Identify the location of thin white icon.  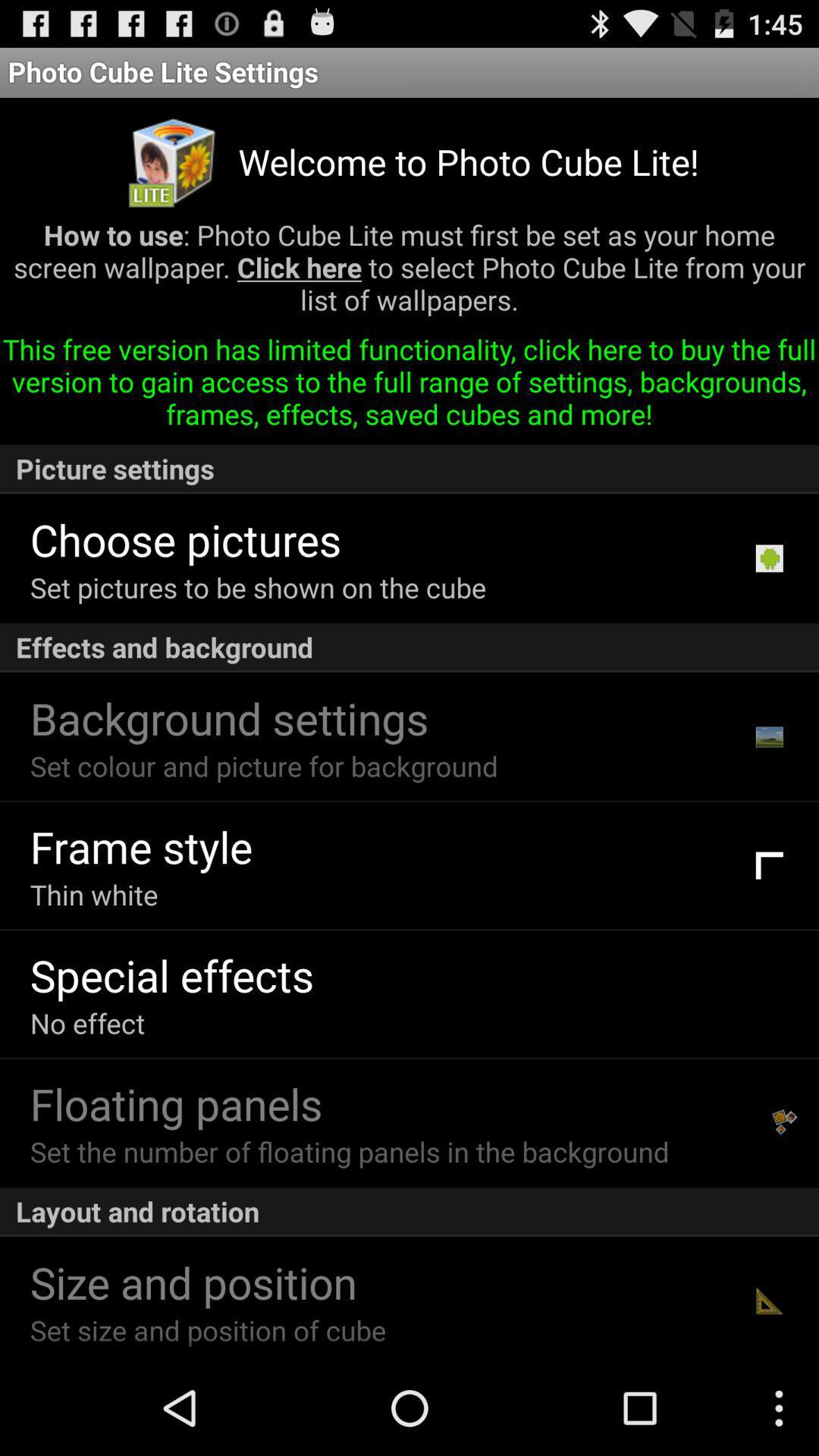
(94, 894).